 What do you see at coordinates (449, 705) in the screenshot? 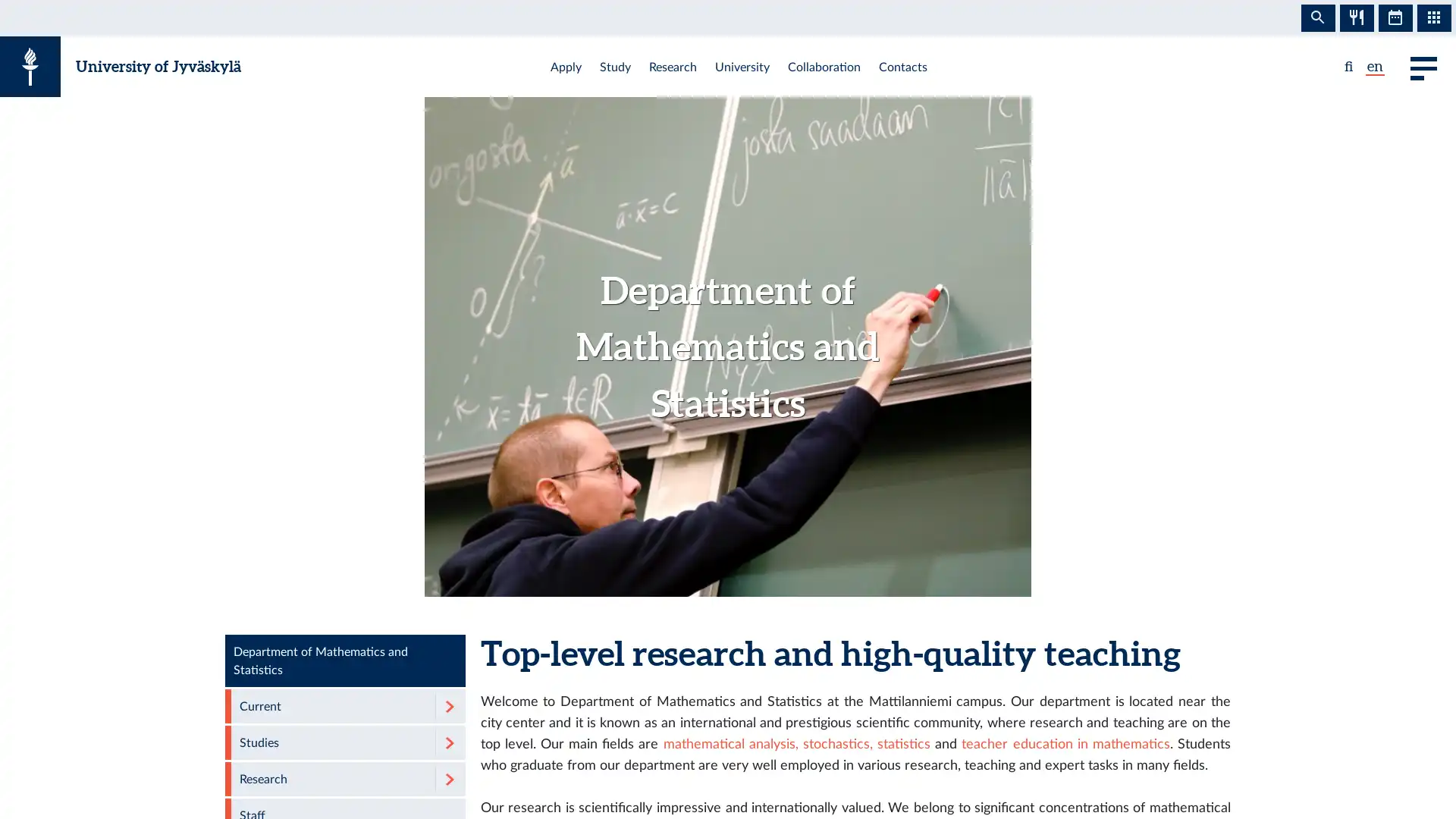
I see `Expand` at bounding box center [449, 705].